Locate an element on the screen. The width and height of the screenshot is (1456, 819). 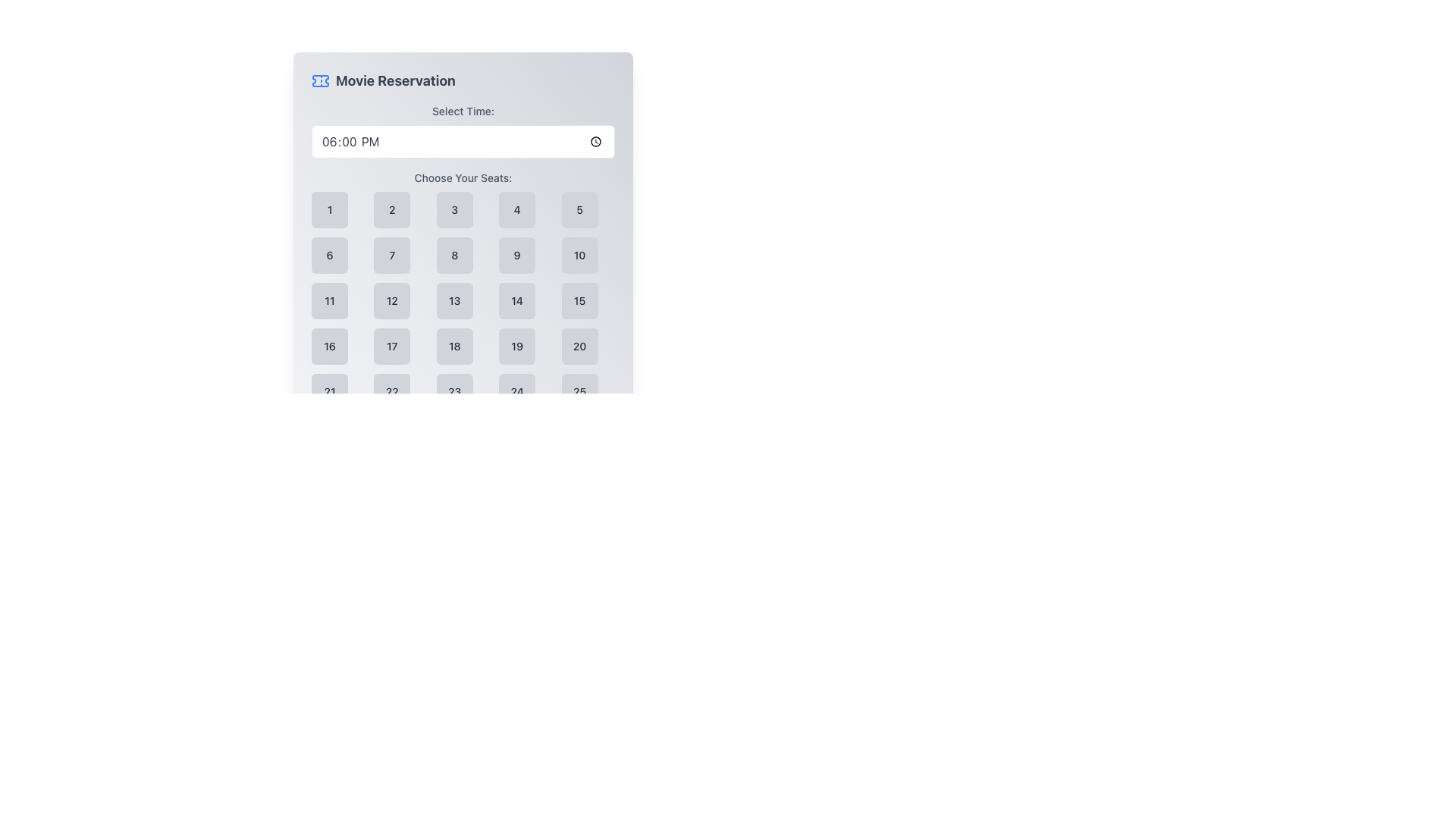
the Time picker input field labeled 'Select Time:' is located at coordinates (462, 130).